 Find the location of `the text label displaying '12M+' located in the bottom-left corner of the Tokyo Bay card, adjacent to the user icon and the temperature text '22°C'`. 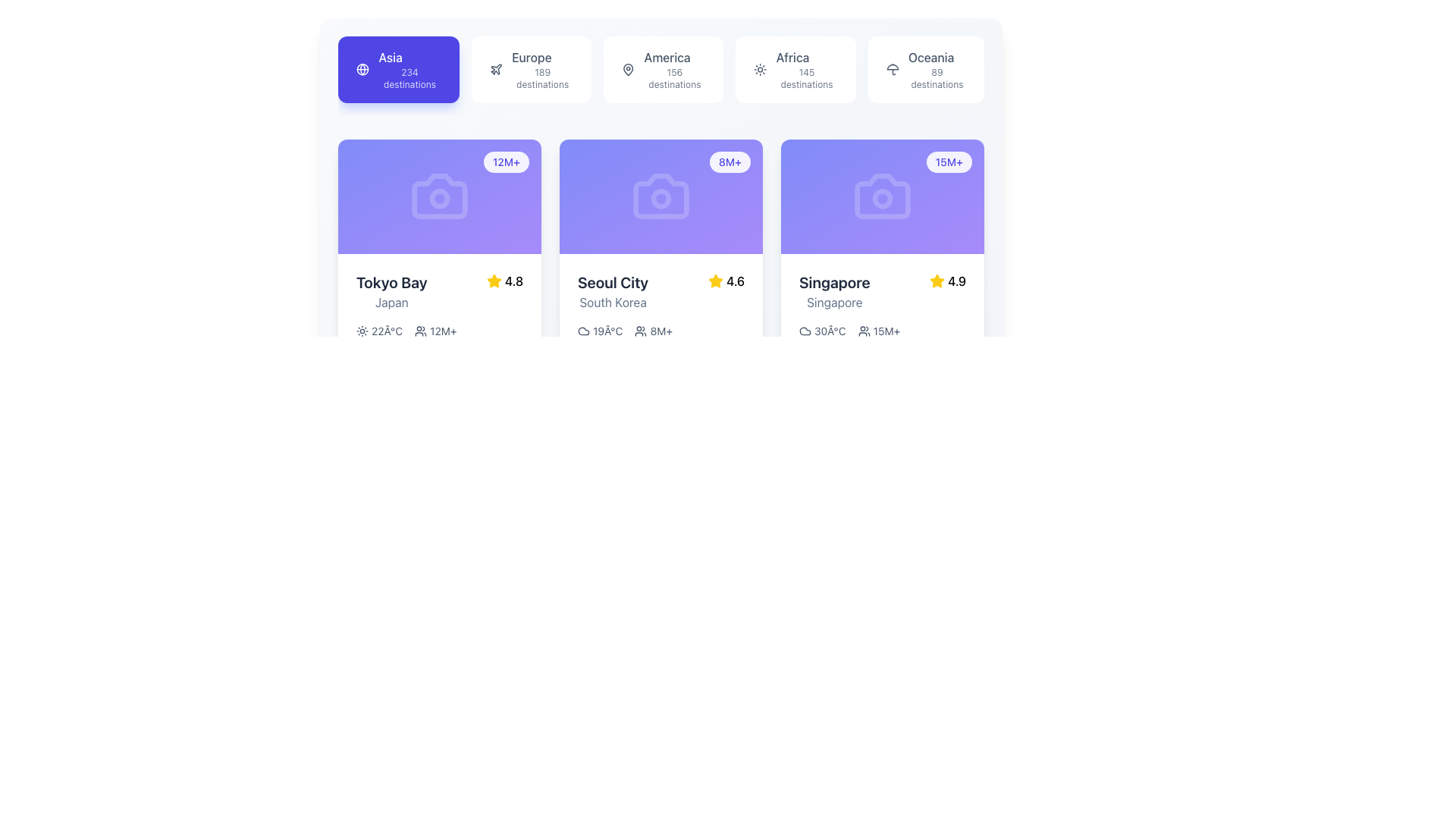

the text label displaying '12M+' located in the bottom-left corner of the Tokyo Bay card, adjacent to the user icon and the temperature text '22°C' is located at coordinates (435, 330).